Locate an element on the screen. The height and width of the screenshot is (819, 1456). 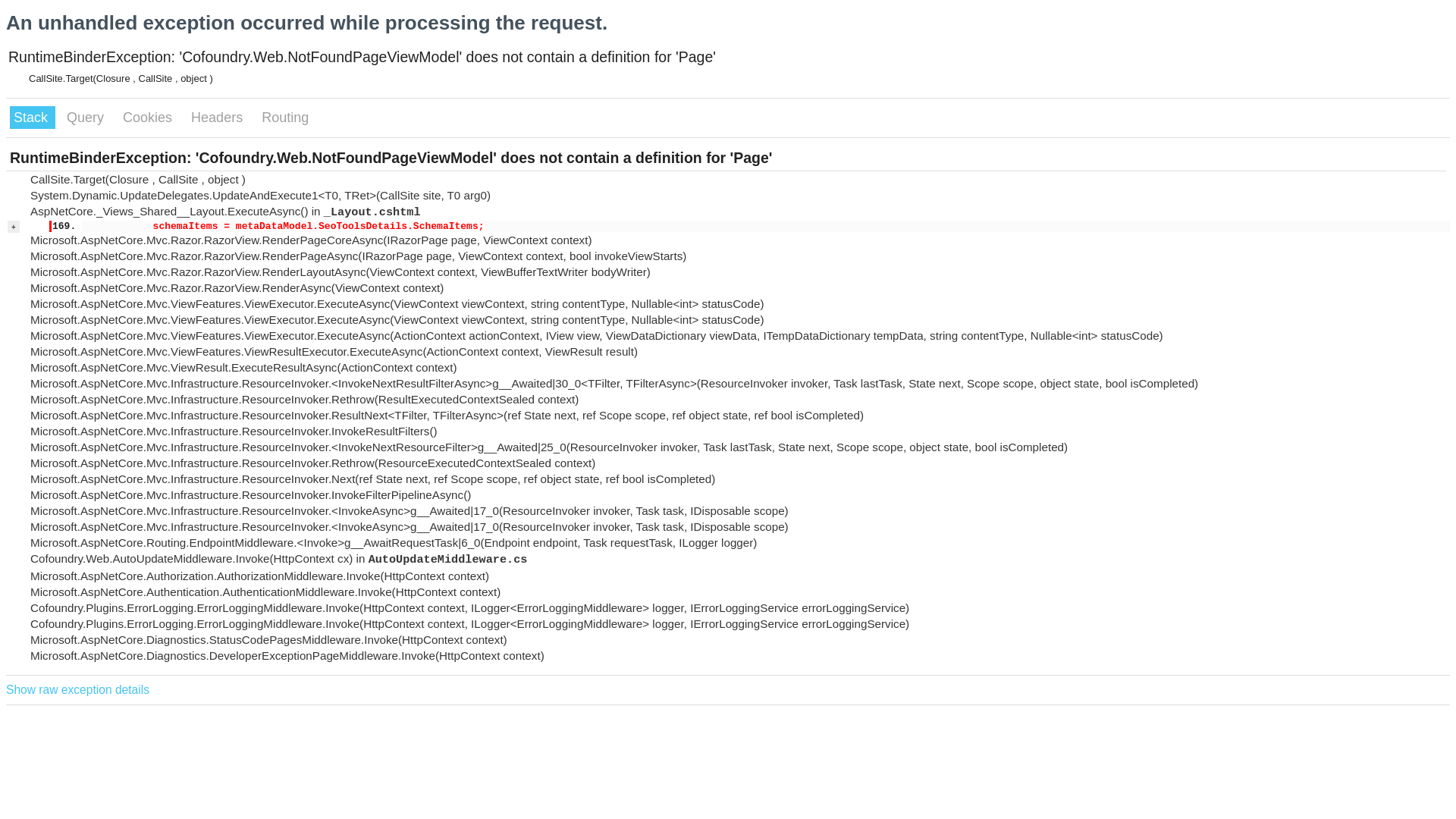
'+' is located at coordinates (14, 227).